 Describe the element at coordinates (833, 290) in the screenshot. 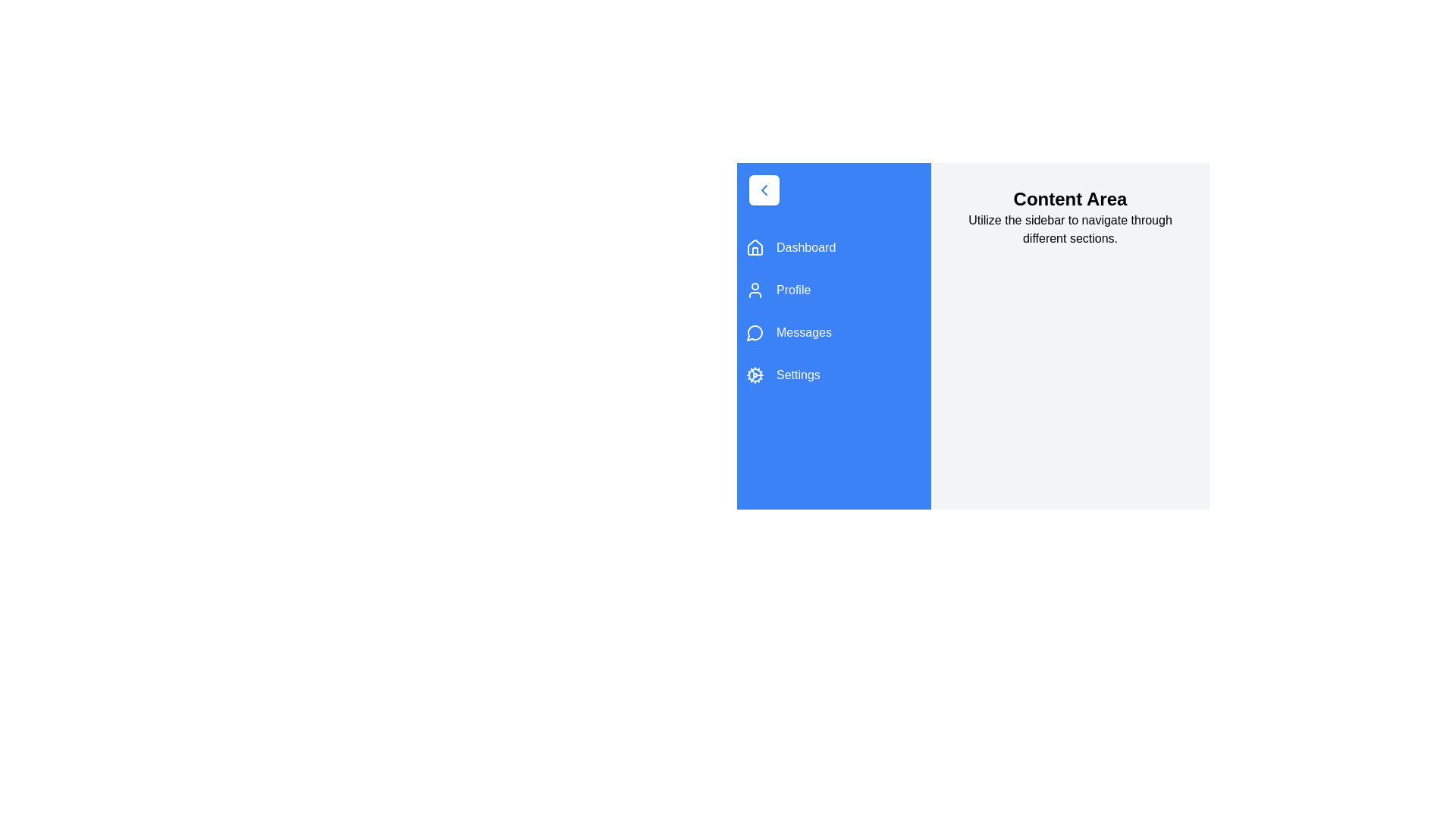

I see `the menu item labeled Profile` at that location.